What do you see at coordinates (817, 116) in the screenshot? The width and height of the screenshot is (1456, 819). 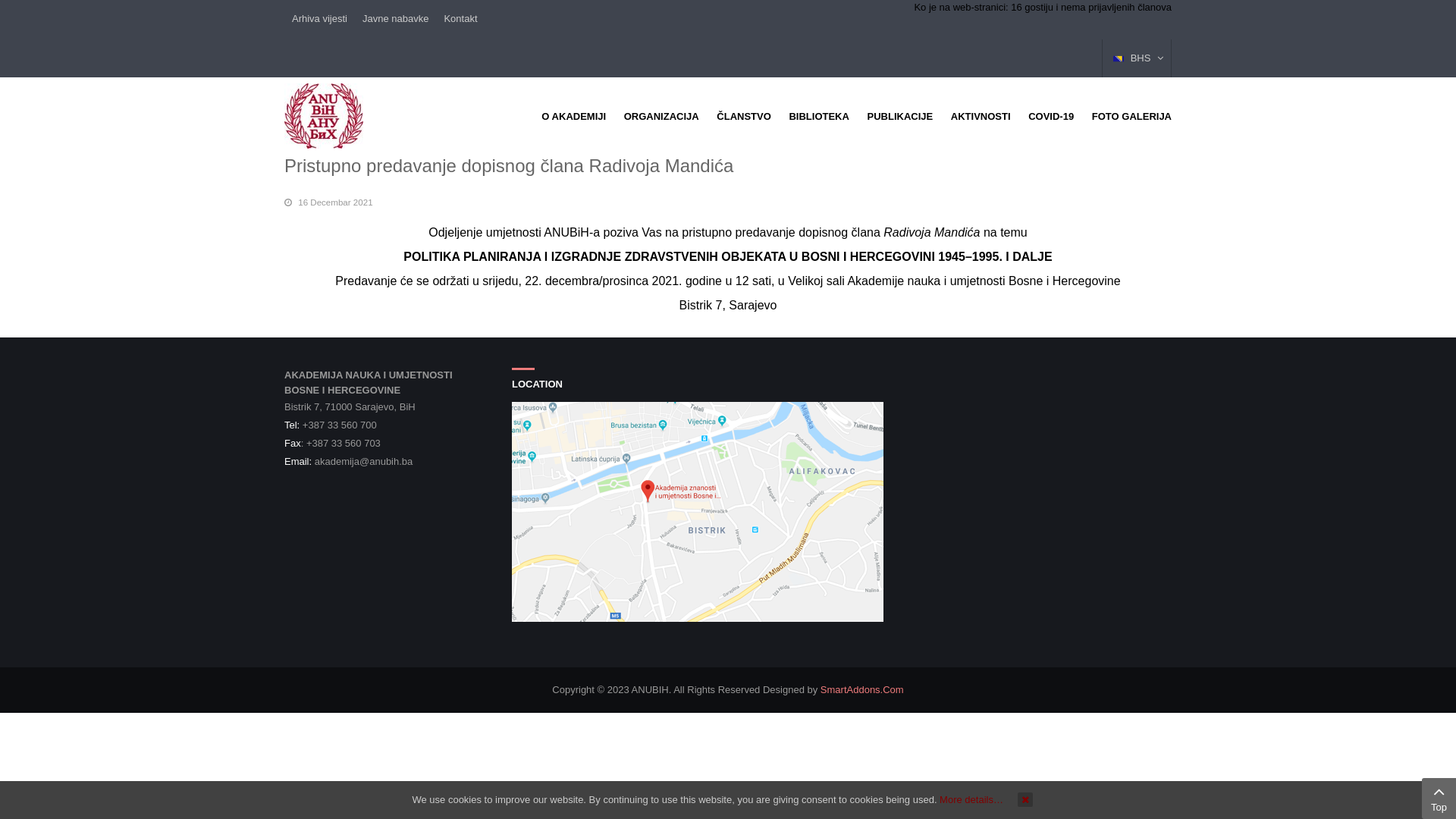 I see `'BIBLIOTEKA'` at bounding box center [817, 116].